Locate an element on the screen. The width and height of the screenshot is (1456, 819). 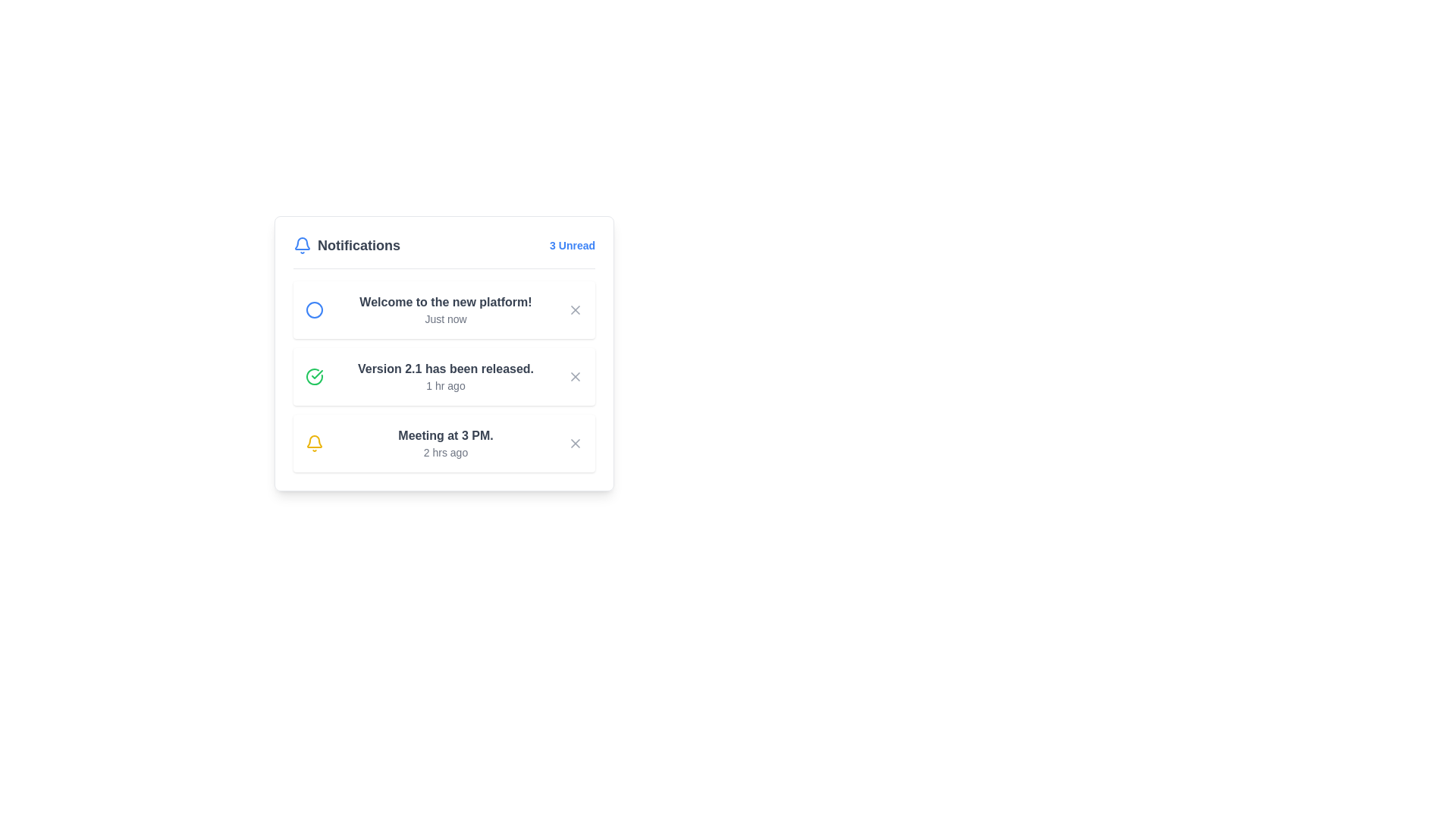
the bold text label that says 'Meeting at 3 PM.' located in the notification section of the app is located at coordinates (445, 435).